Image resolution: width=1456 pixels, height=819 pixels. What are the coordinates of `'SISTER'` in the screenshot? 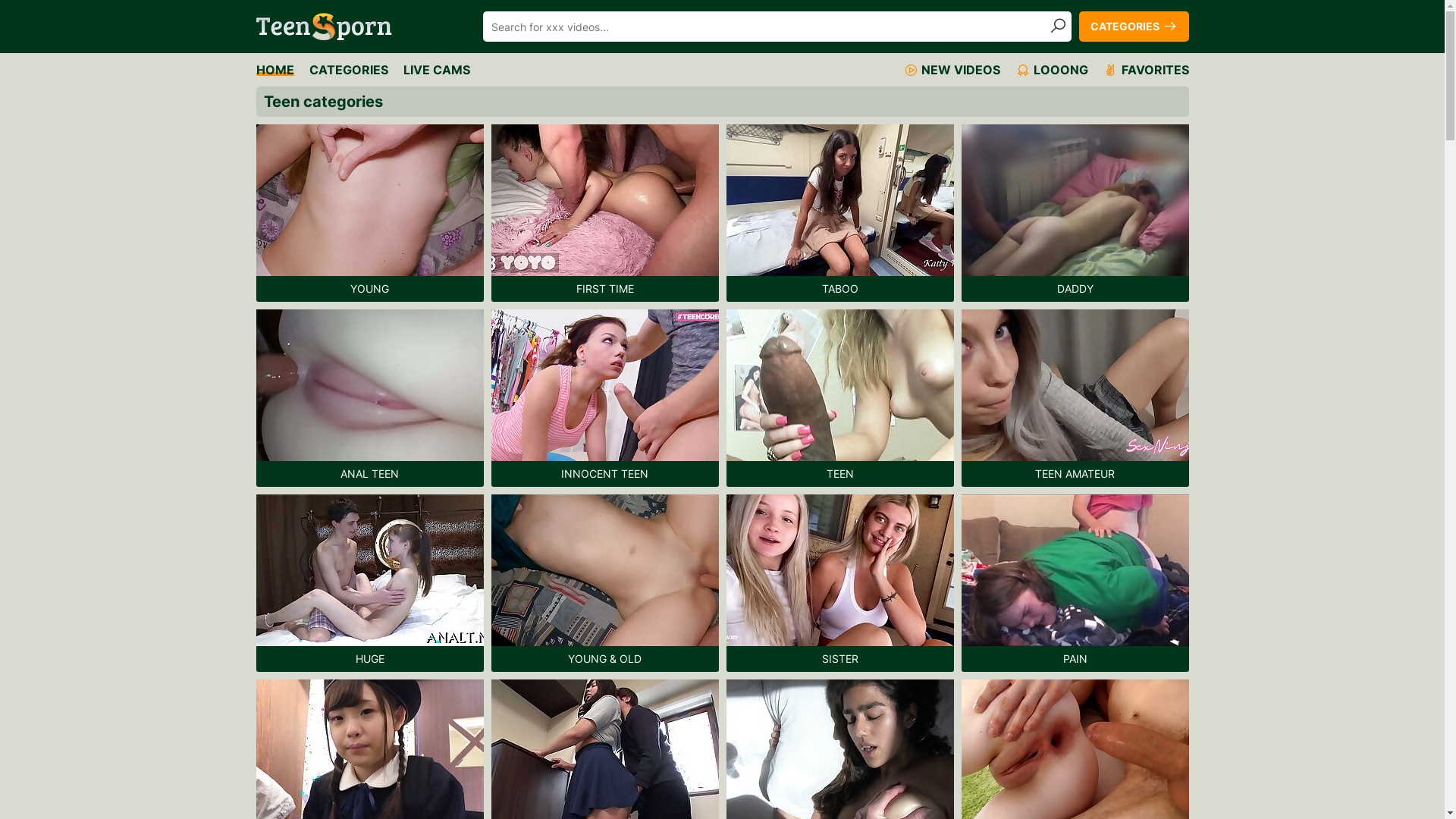 It's located at (839, 582).